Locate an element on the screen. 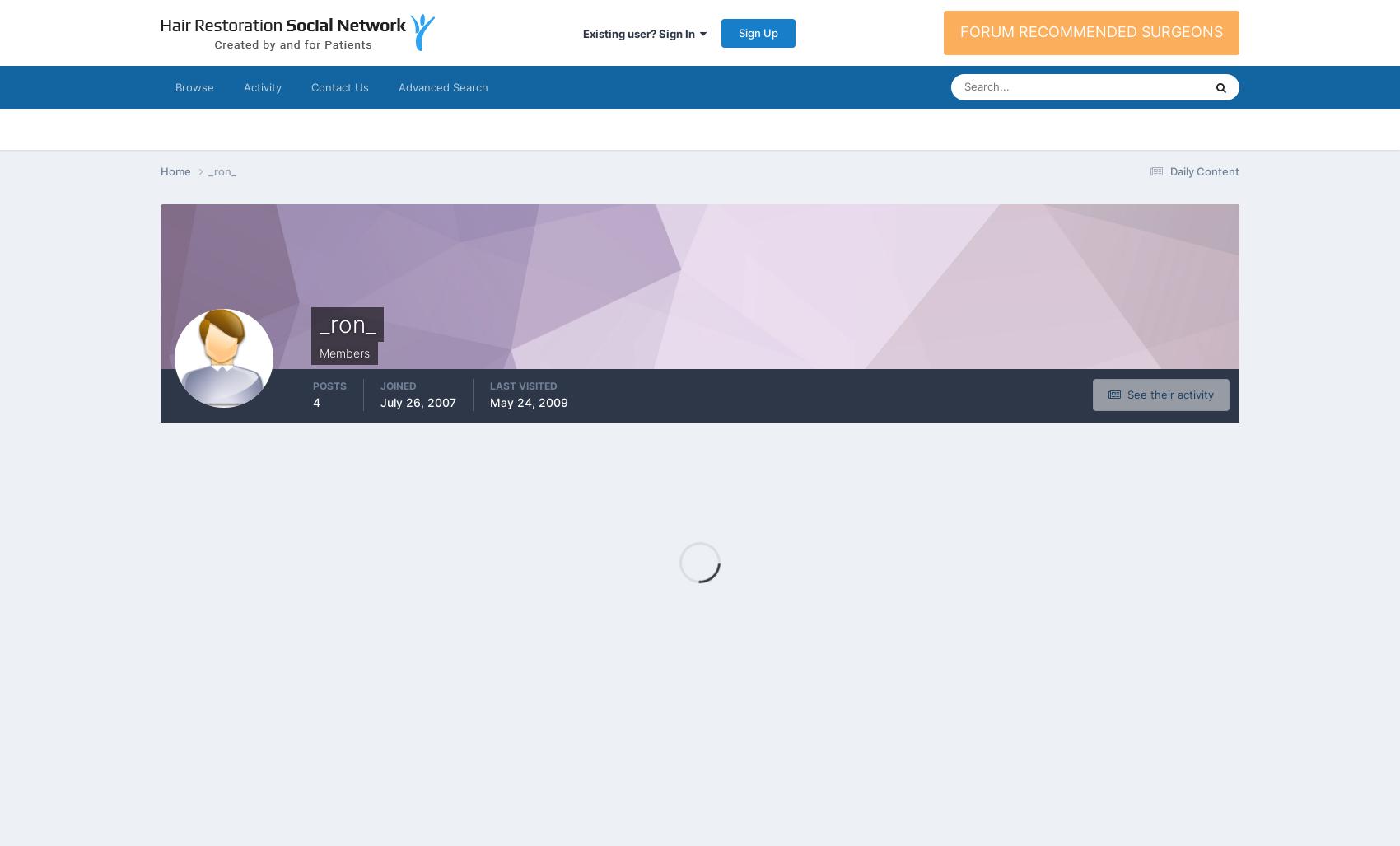 The width and height of the screenshot is (1400, 846). 'Topics' is located at coordinates (1094, 148).